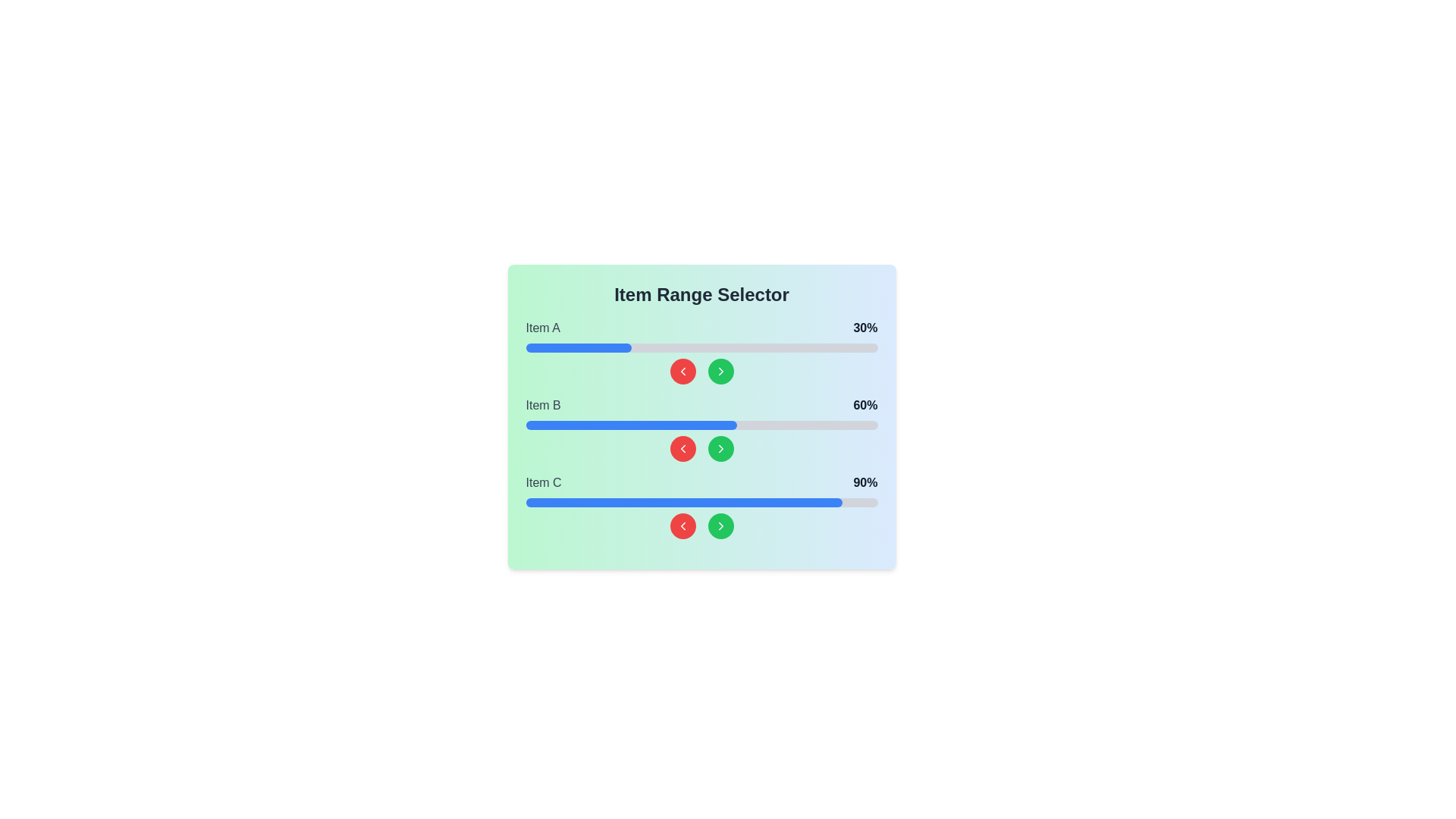 This screenshot has width=1456, height=819. What do you see at coordinates (865, 405) in the screenshot?
I see `the text display that shows the current percentage value associated with 'Item B', which is the second value indicator in the 'Item Range Selector' interface, positioned to the far right of the row labeled 'Item B'` at bounding box center [865, 405].